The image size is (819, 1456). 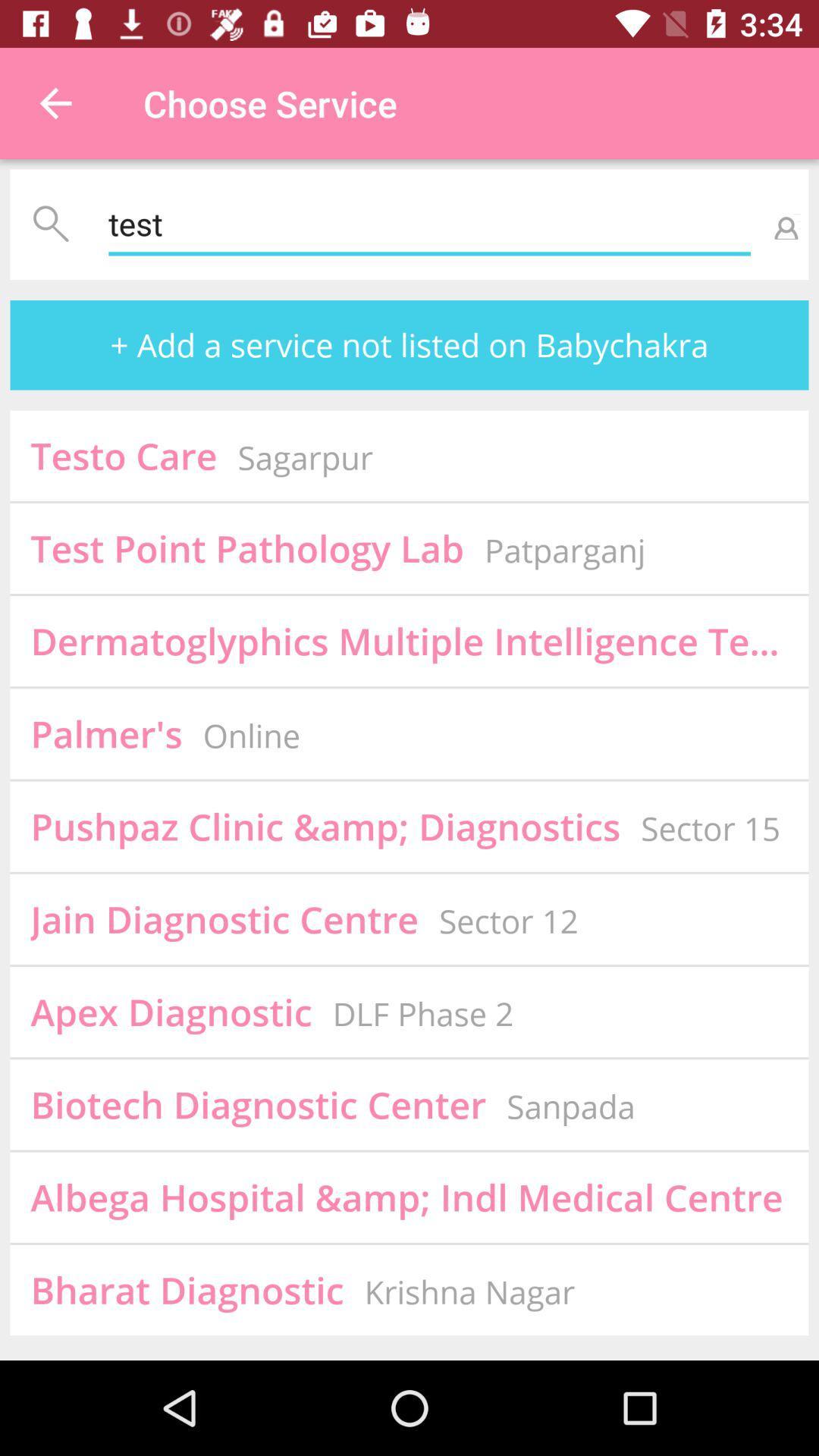 I want to click on the icon above dermatoglyphics multiple intelligence, so click(x=565, y=549).